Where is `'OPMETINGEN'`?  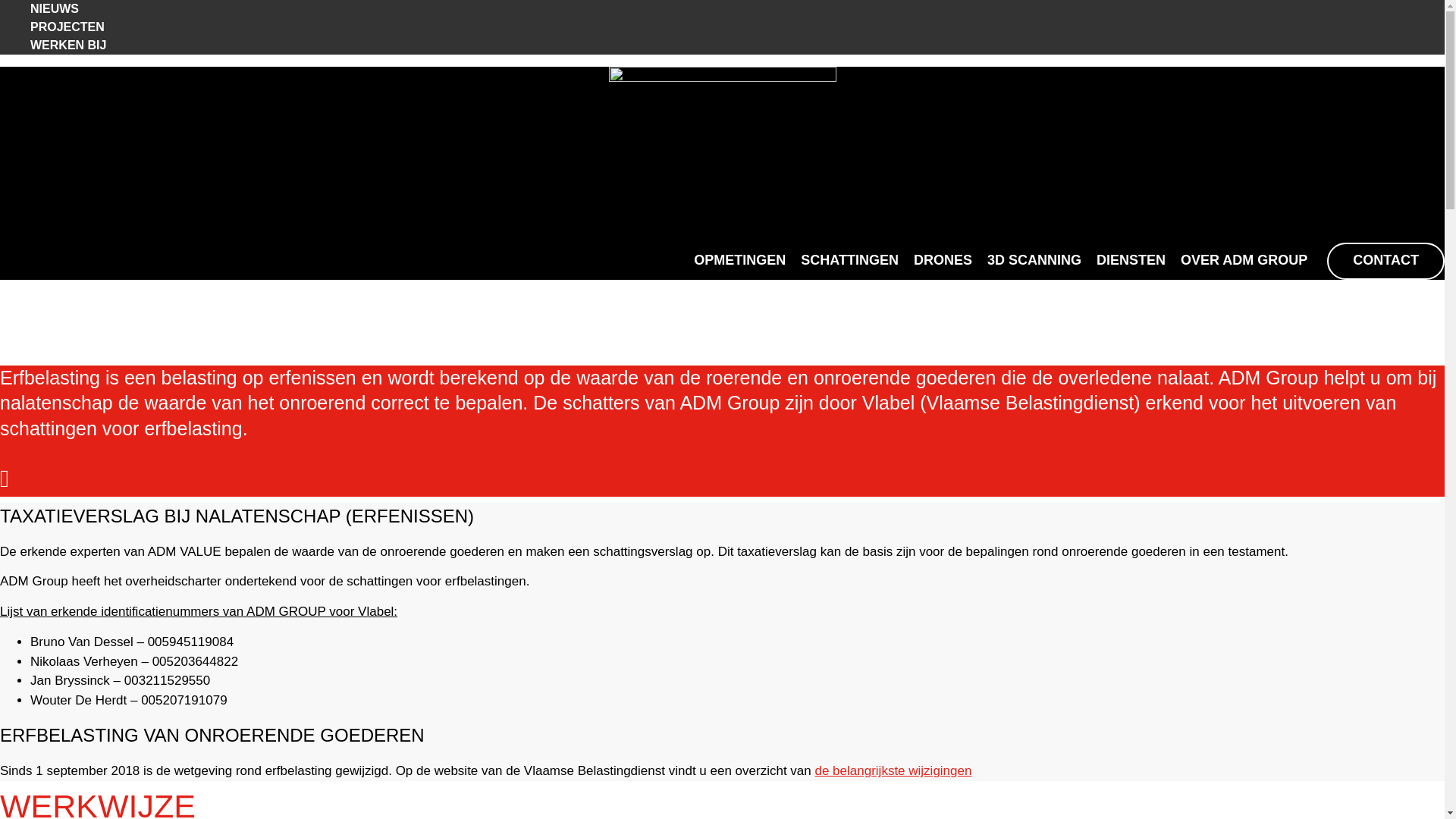
'OPMETINGEN' is located at coordinates (739, 260).